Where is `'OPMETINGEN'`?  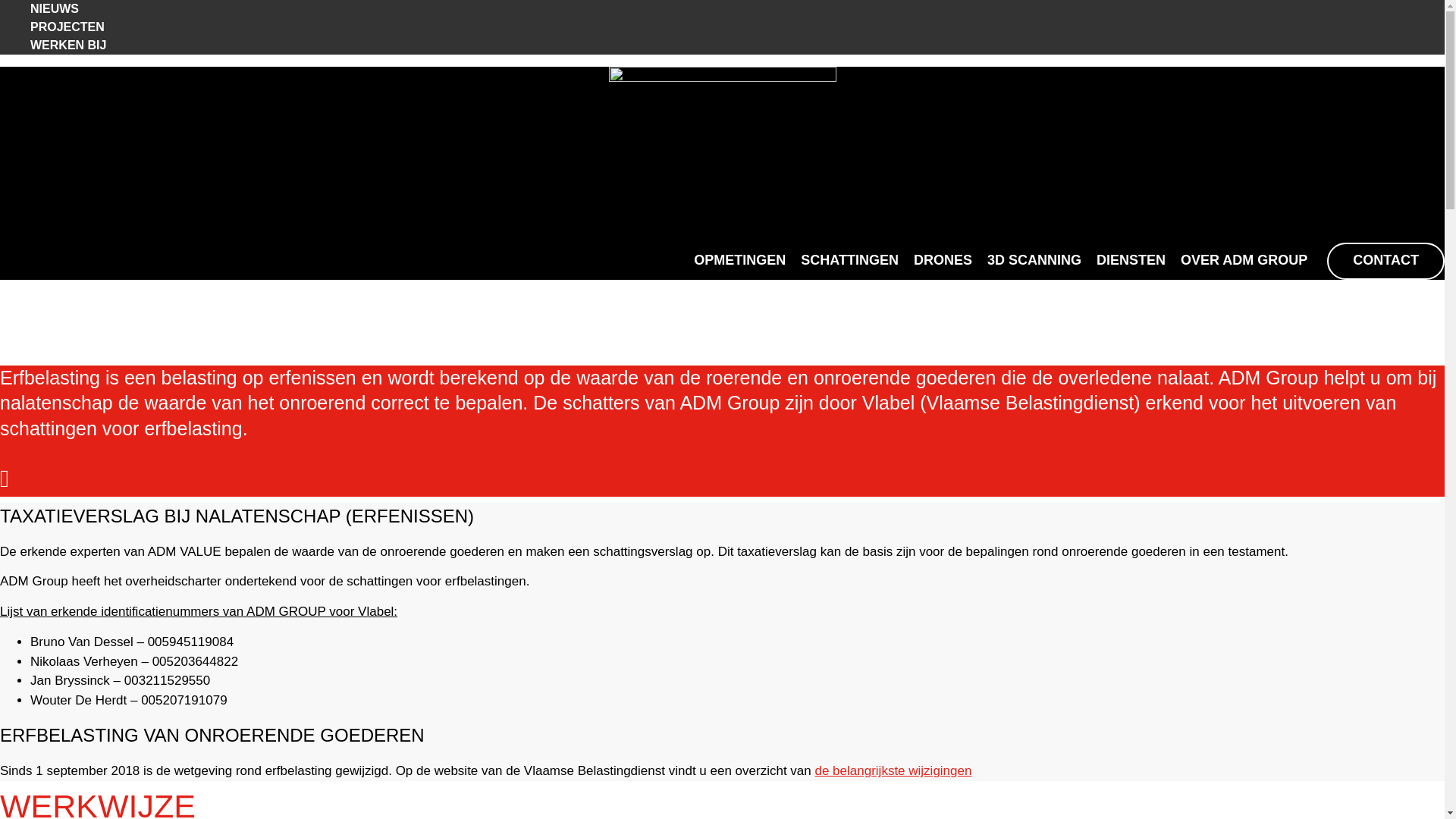
'OPMETINGEN' is located at coordinates (739, 260).